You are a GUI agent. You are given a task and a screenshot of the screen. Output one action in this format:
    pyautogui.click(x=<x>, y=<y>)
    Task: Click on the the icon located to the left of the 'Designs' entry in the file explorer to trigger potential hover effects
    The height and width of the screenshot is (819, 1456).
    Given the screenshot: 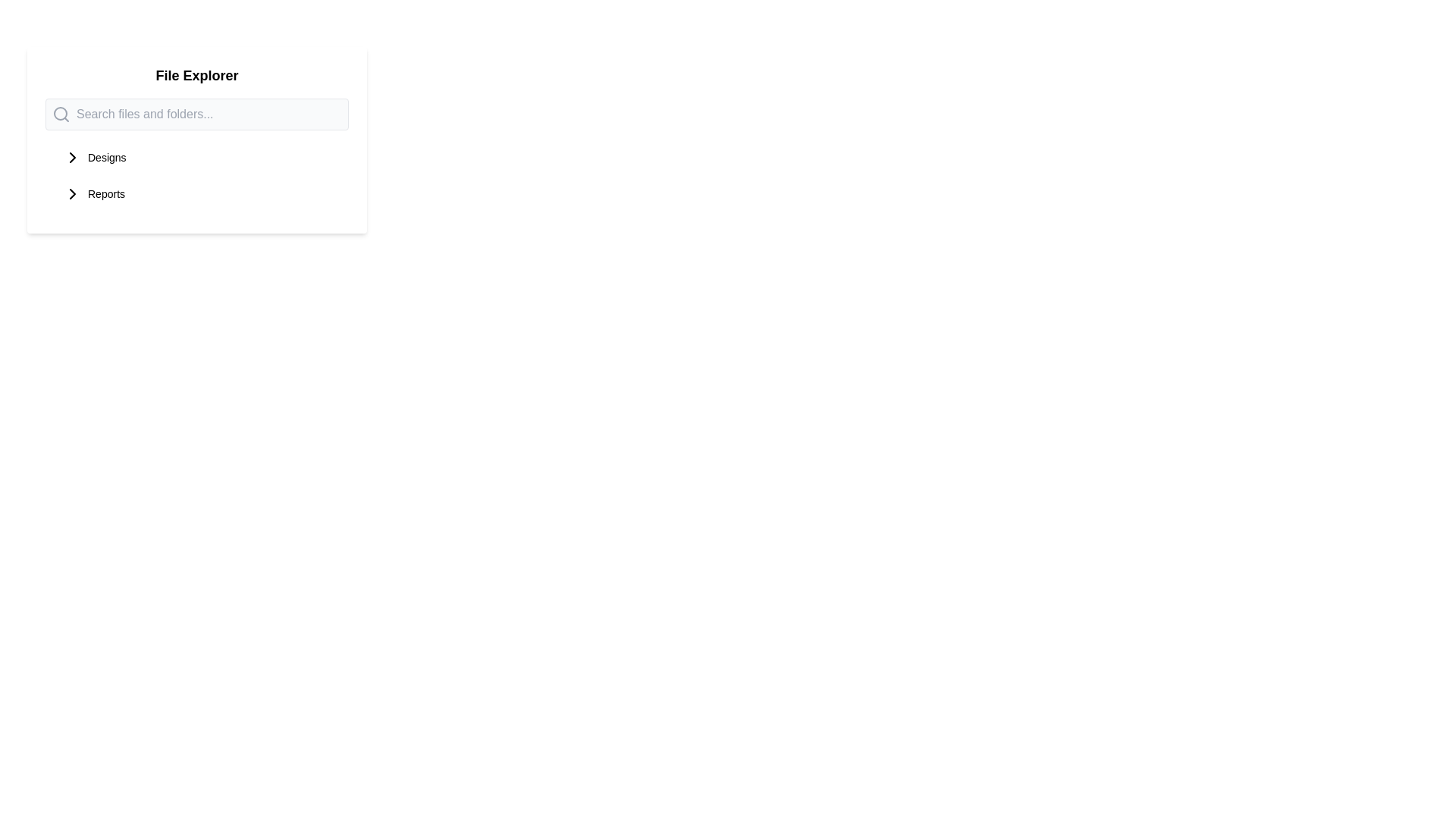 What is the action you would take?
    pyautogui.click(x=72, y=158)
    